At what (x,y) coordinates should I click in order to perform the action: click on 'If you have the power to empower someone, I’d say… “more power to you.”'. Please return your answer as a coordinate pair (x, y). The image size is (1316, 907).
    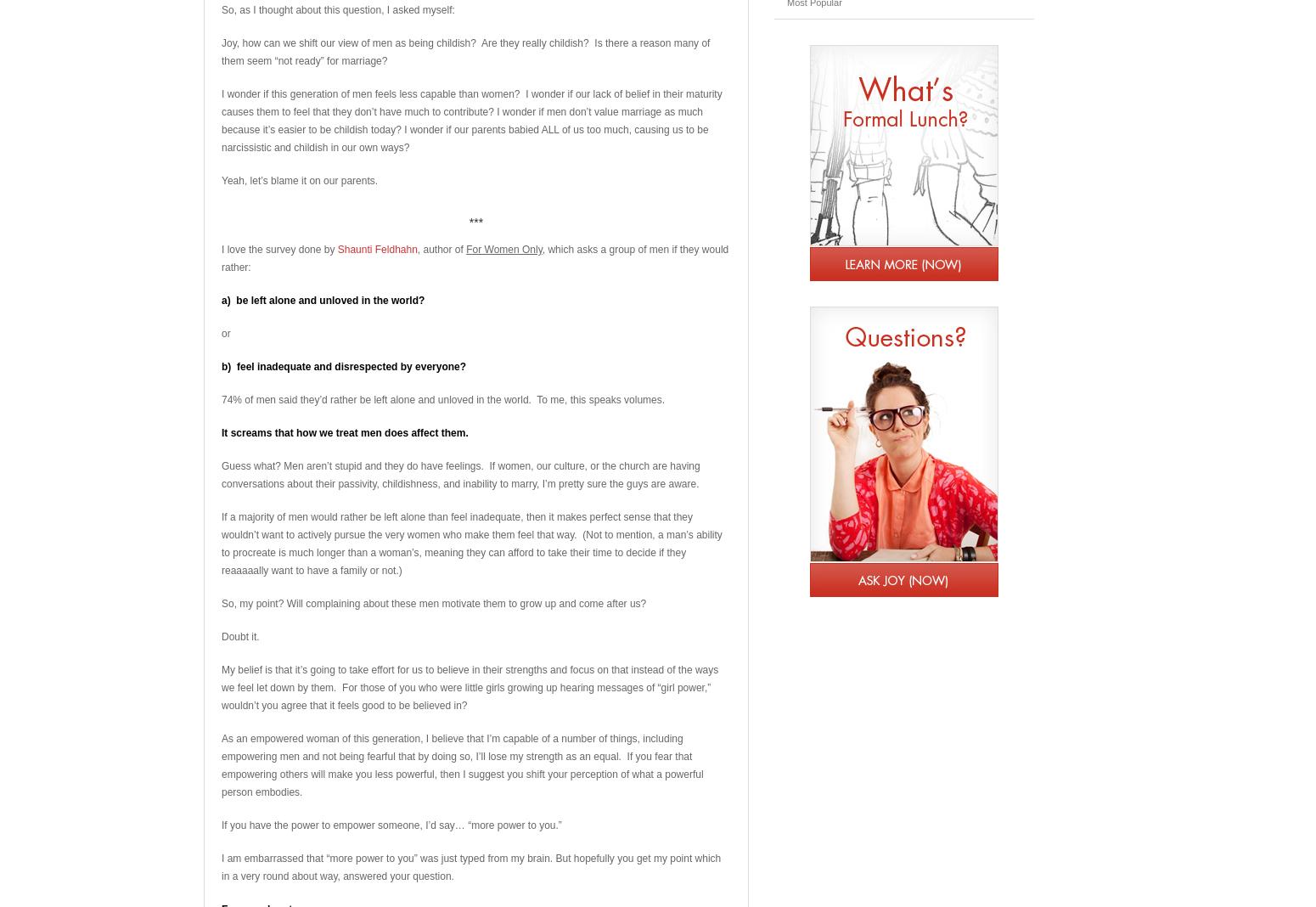
    Looking at the image, I should click on (391, 825).